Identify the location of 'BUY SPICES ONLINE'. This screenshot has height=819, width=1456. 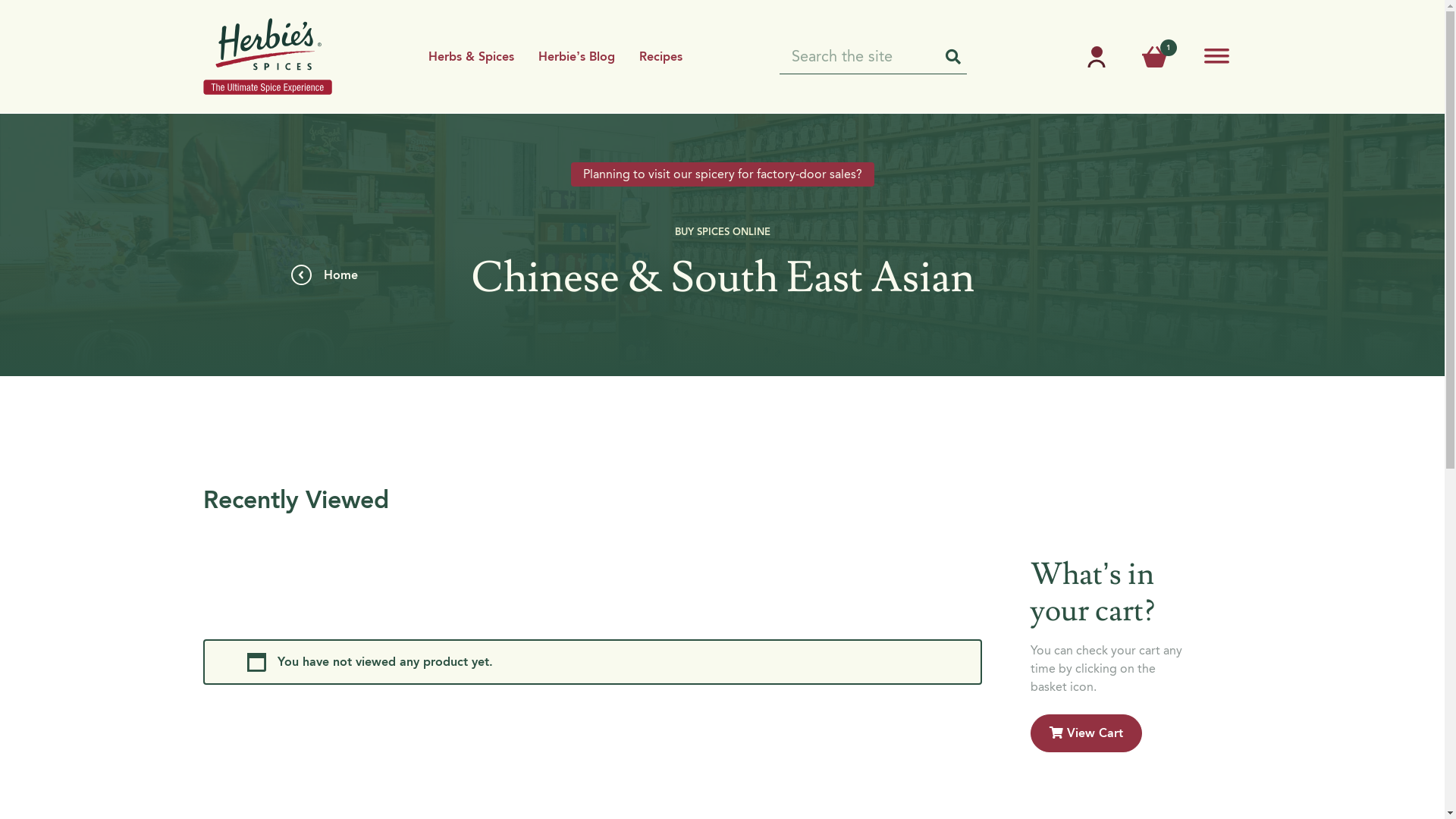
(722, 231).